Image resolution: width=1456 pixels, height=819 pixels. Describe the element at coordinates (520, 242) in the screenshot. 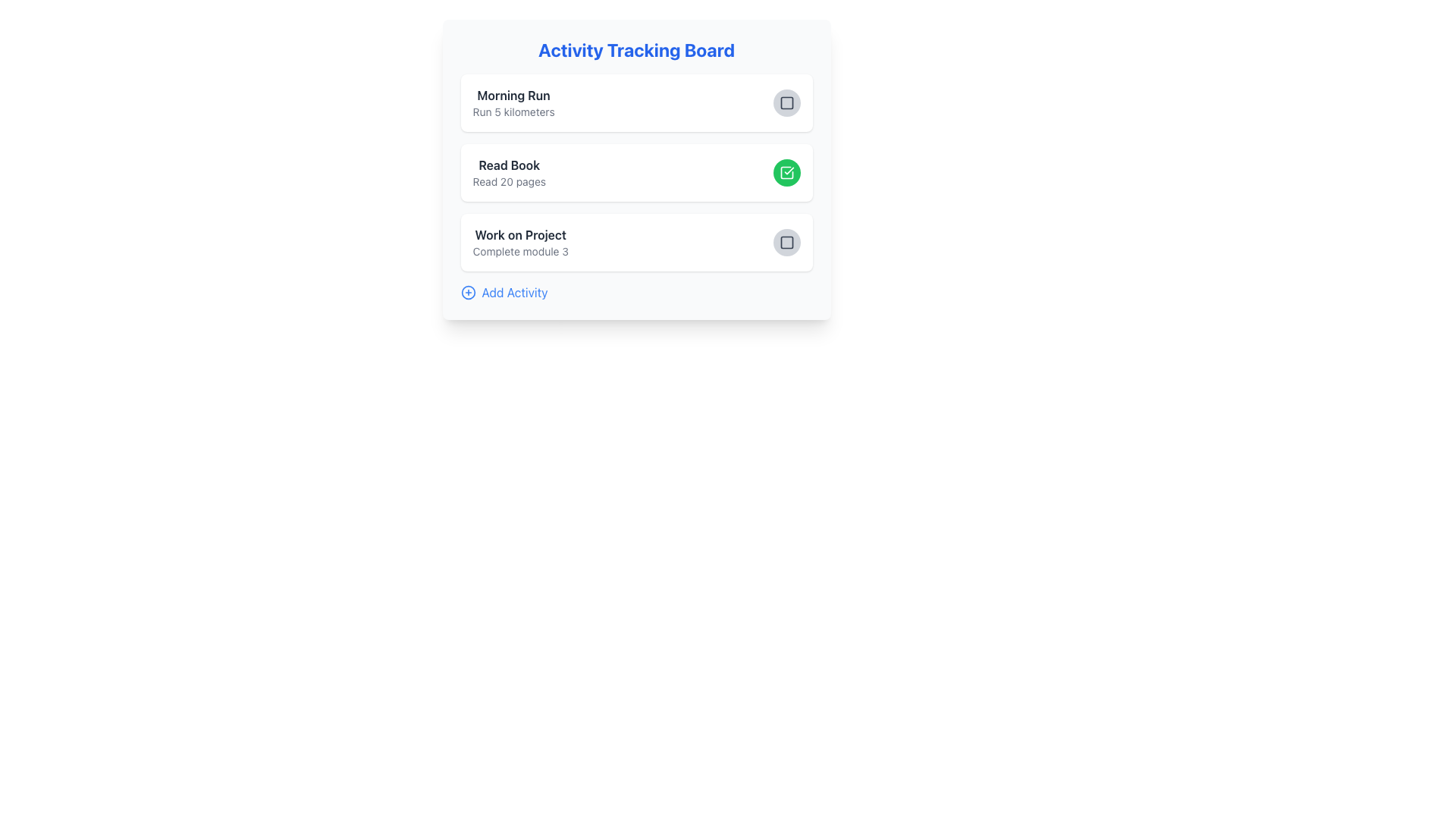

I see `text content of the Text Display element that shows 'Work on Project' and 'Complete module 3', located under the 'Activity Tracking Board'` at that location.